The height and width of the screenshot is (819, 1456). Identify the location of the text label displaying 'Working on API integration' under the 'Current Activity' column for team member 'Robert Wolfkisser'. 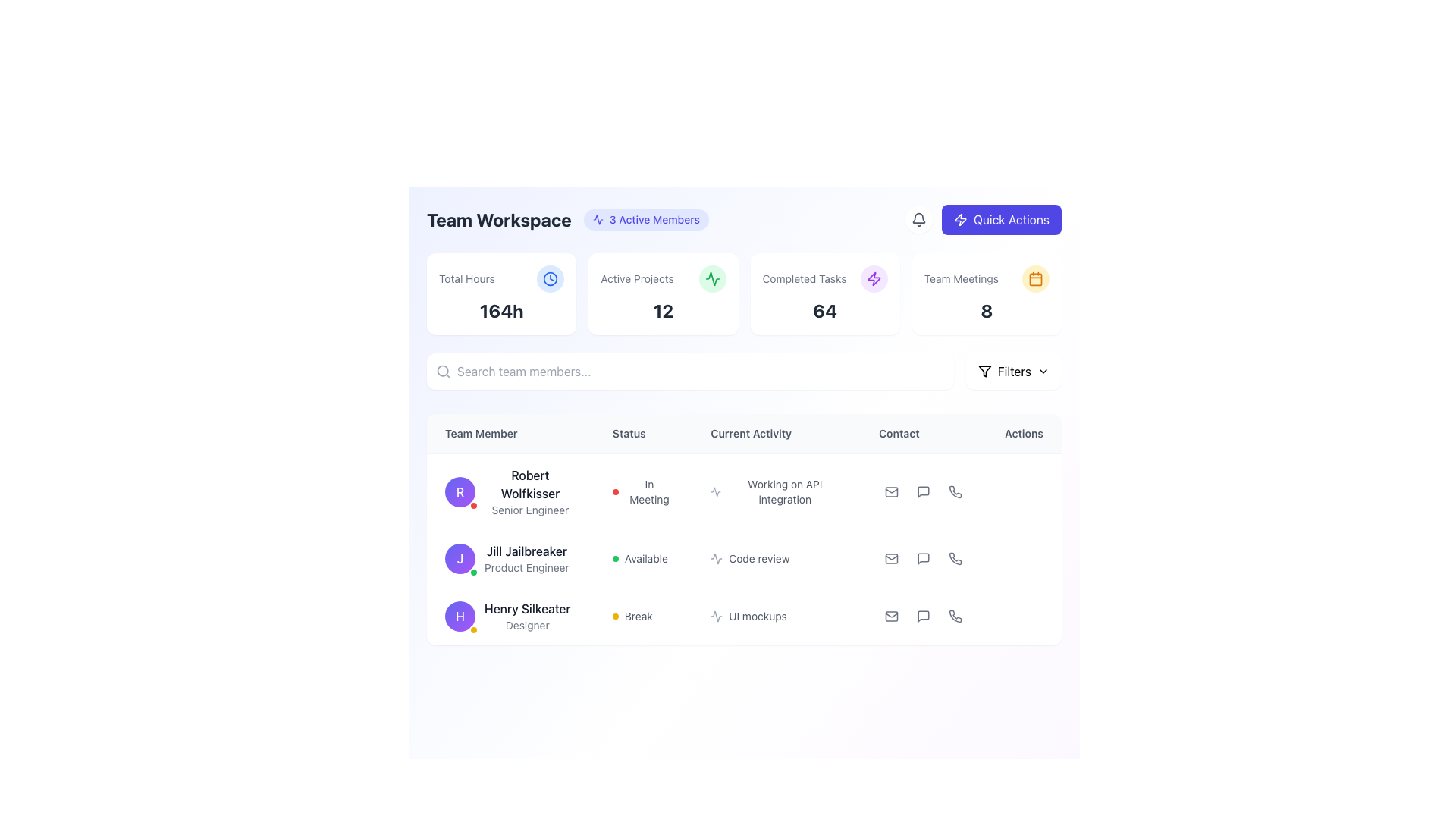
(785, 491).